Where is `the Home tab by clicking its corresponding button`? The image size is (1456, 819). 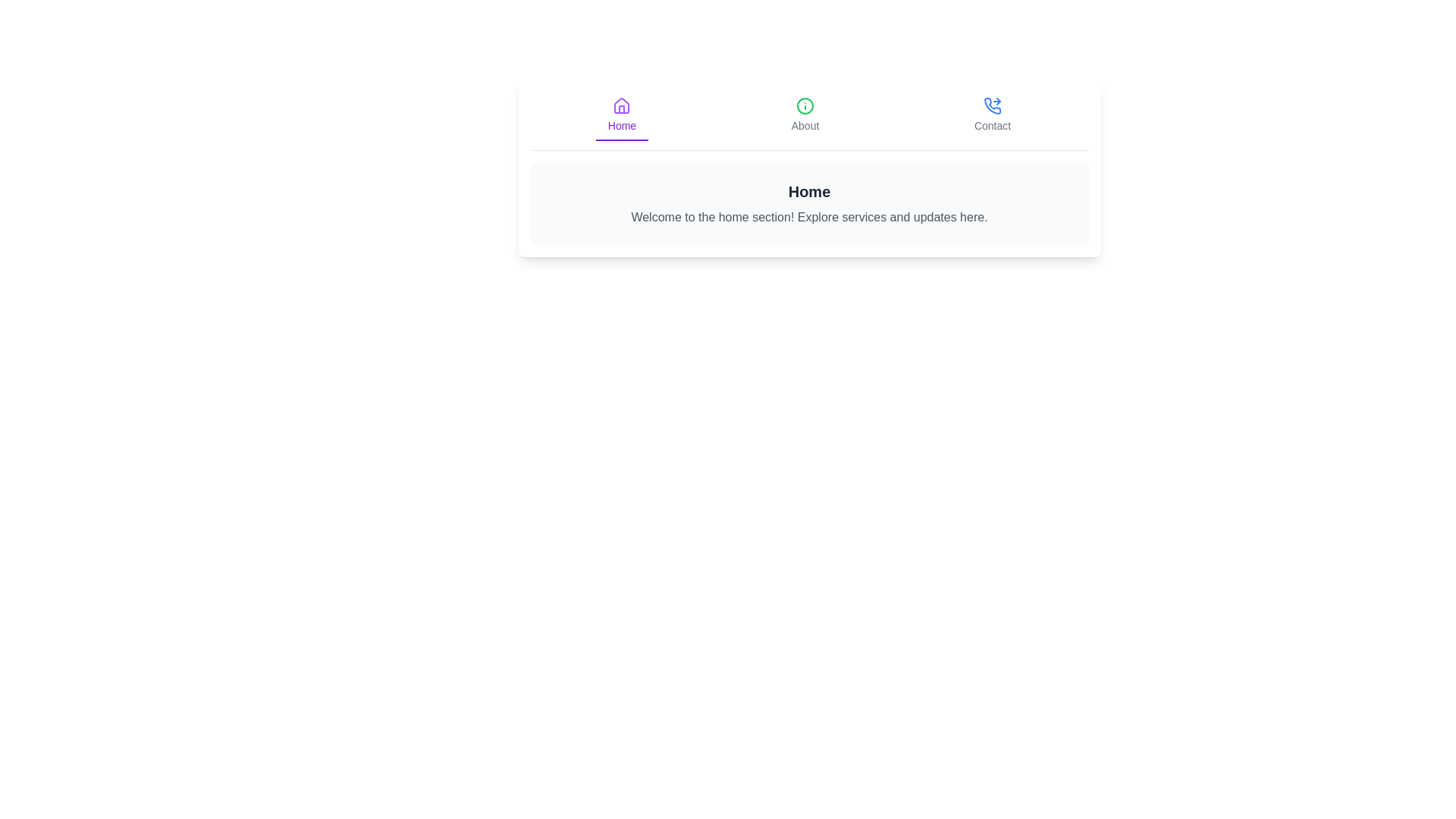 the Home tab by clicking its corresponding button is located at coordinates (622, 115).